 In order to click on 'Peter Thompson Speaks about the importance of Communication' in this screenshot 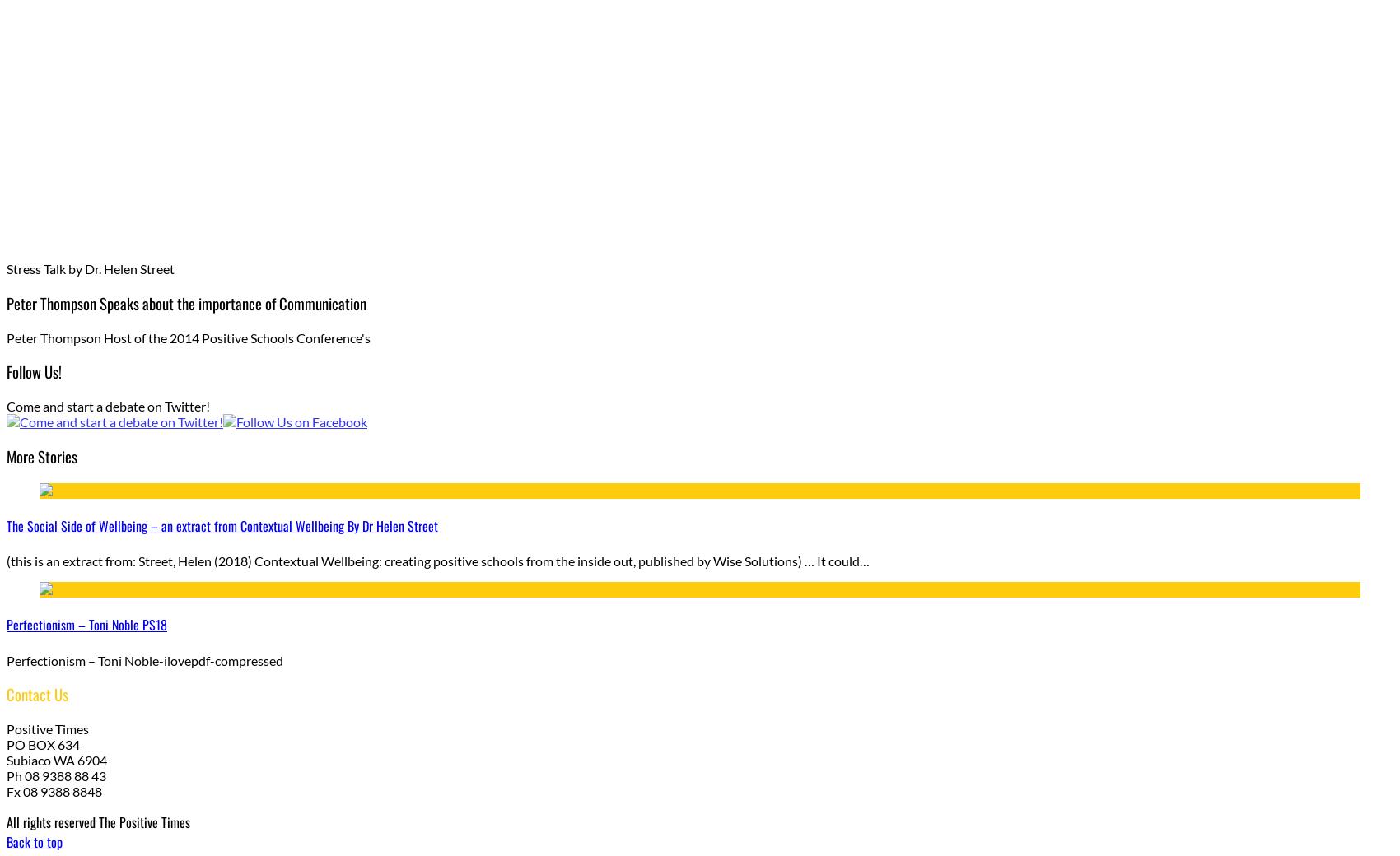, I will do `click(6, 301)`.